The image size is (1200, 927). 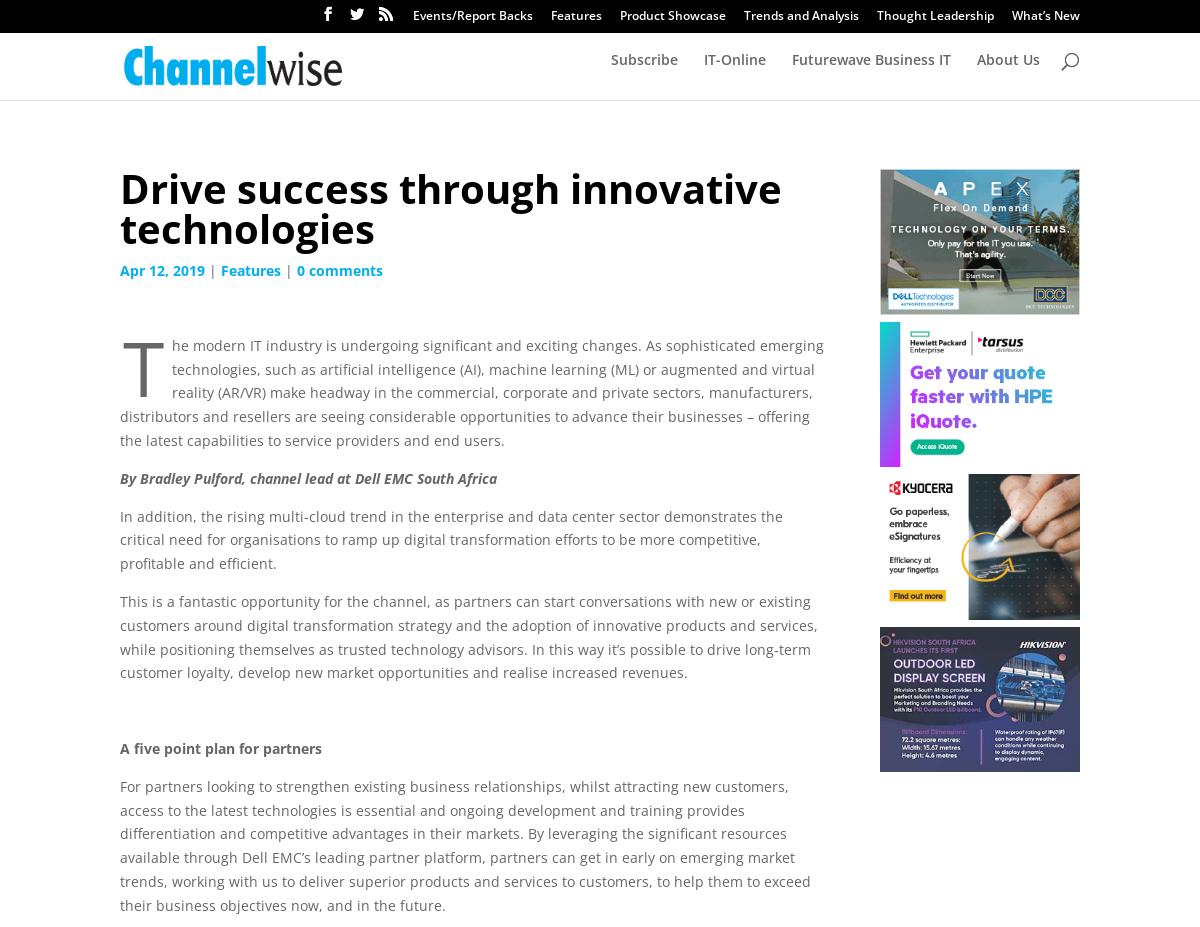 What do you see at coordinates (472, 14) in the screenshot?
I see `'Events/Report Backs'` at bounding box center [472, 14].